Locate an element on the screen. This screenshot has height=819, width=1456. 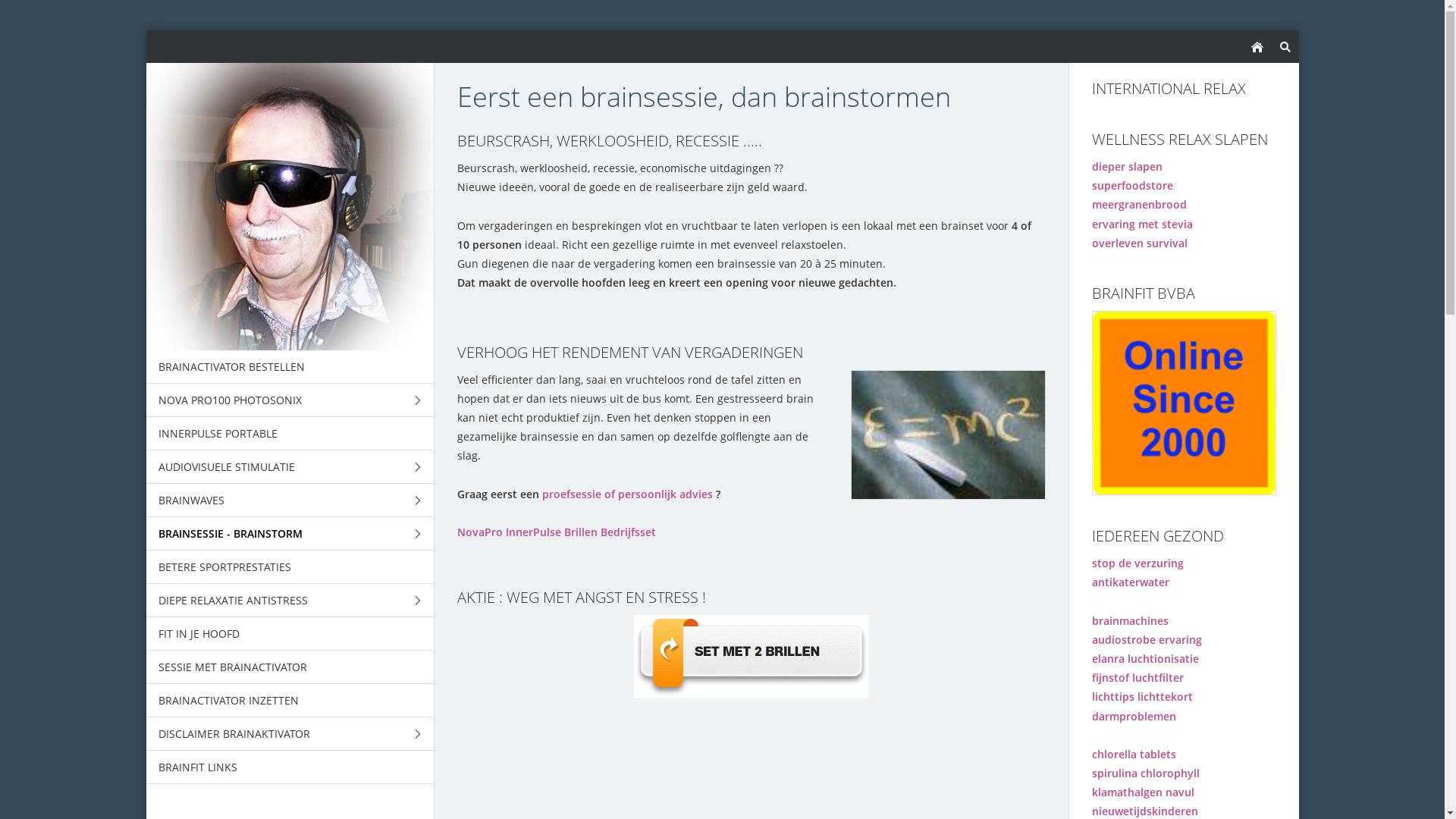
'audiostrobe ervaring' is located at coordinates (1147, 639).